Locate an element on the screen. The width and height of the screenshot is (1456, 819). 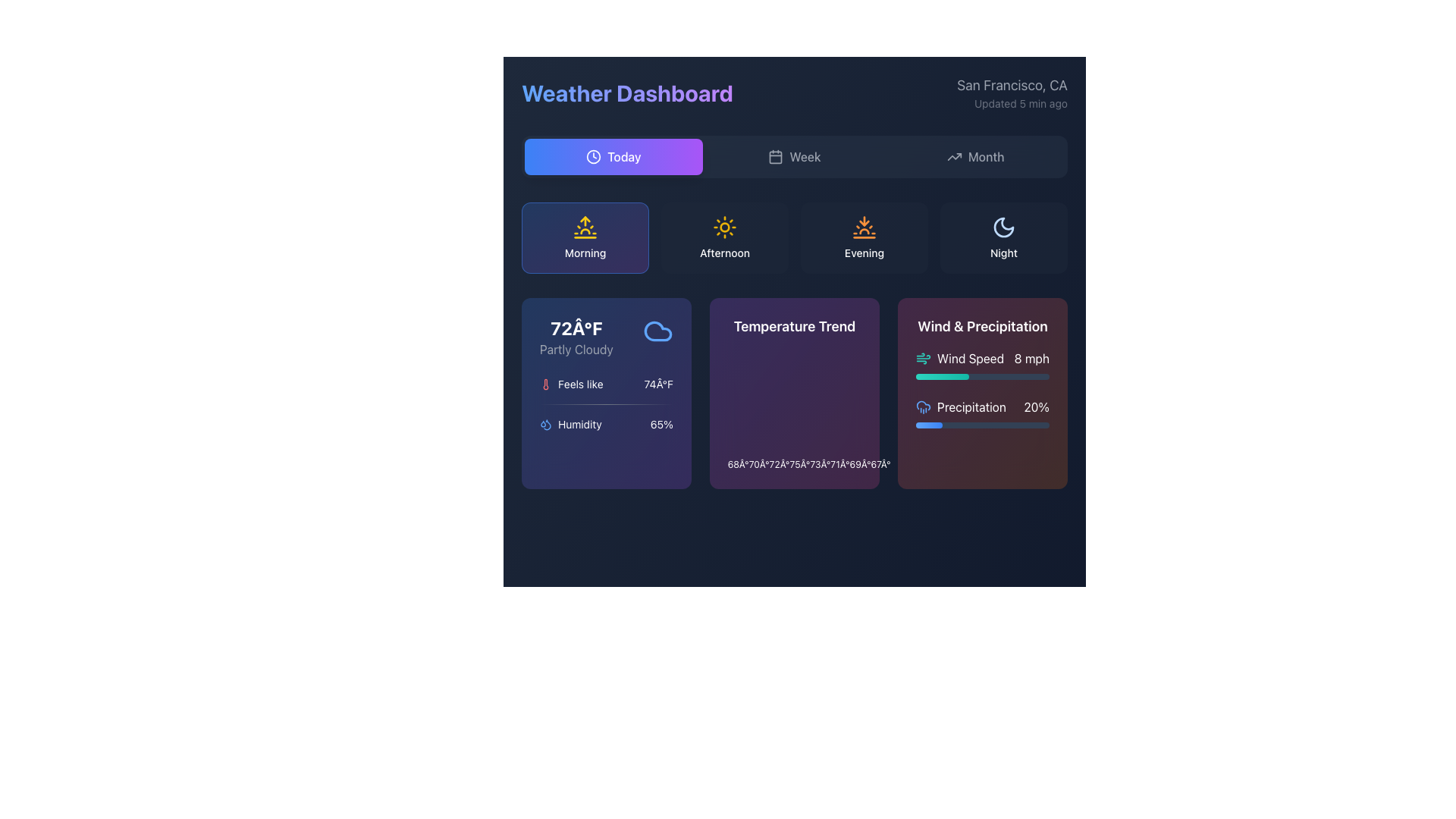
text displayed in the 'Morning' label, which is a white text label against a dark blue background, located beneath a sunrise icon in the weather dashboard is located at coordinates (585, 253).